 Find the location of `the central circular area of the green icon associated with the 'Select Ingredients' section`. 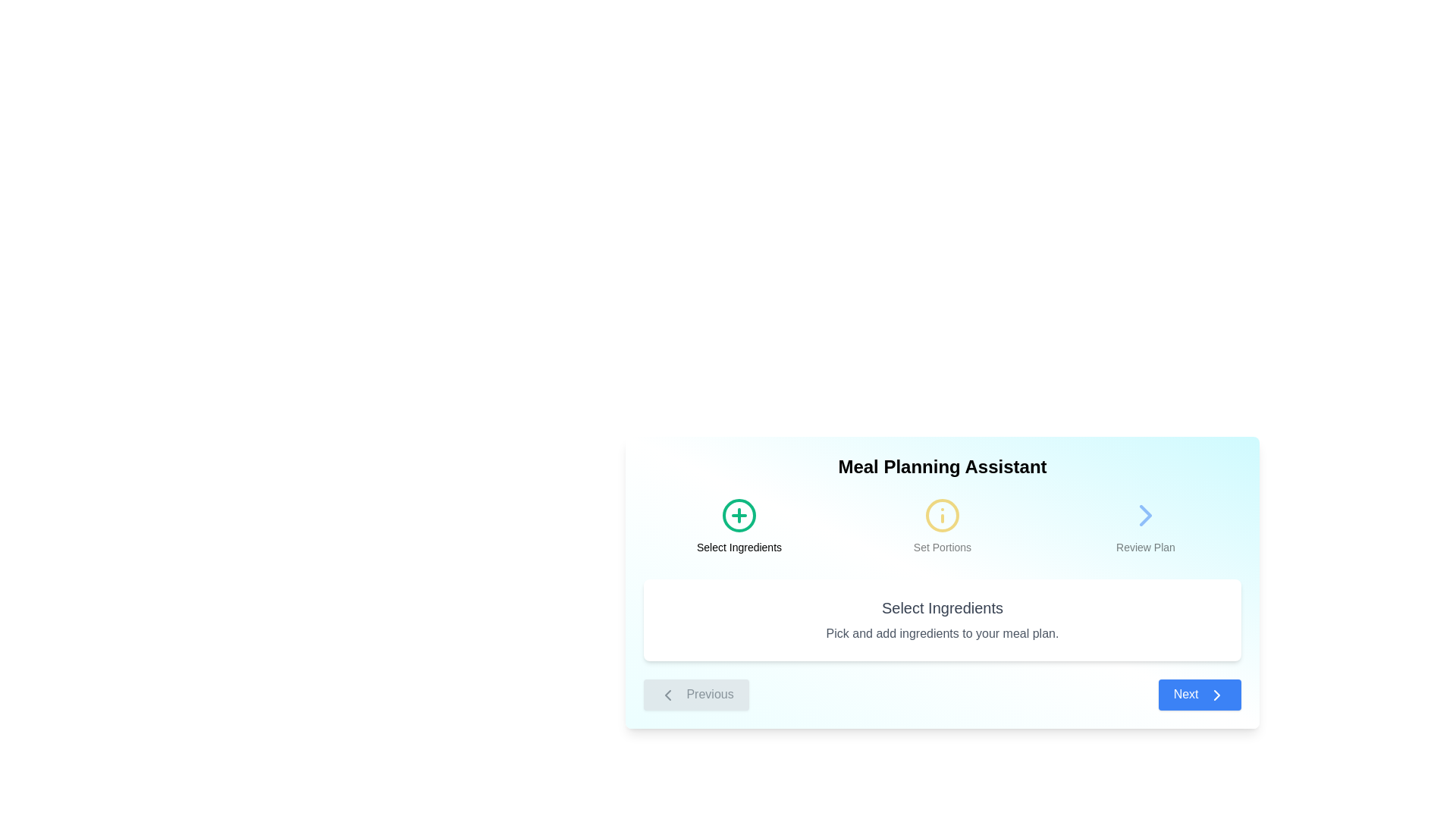

the central circular area of the green icon associated with the 'Select Ingredients' section is located at coordinates (739, 514).